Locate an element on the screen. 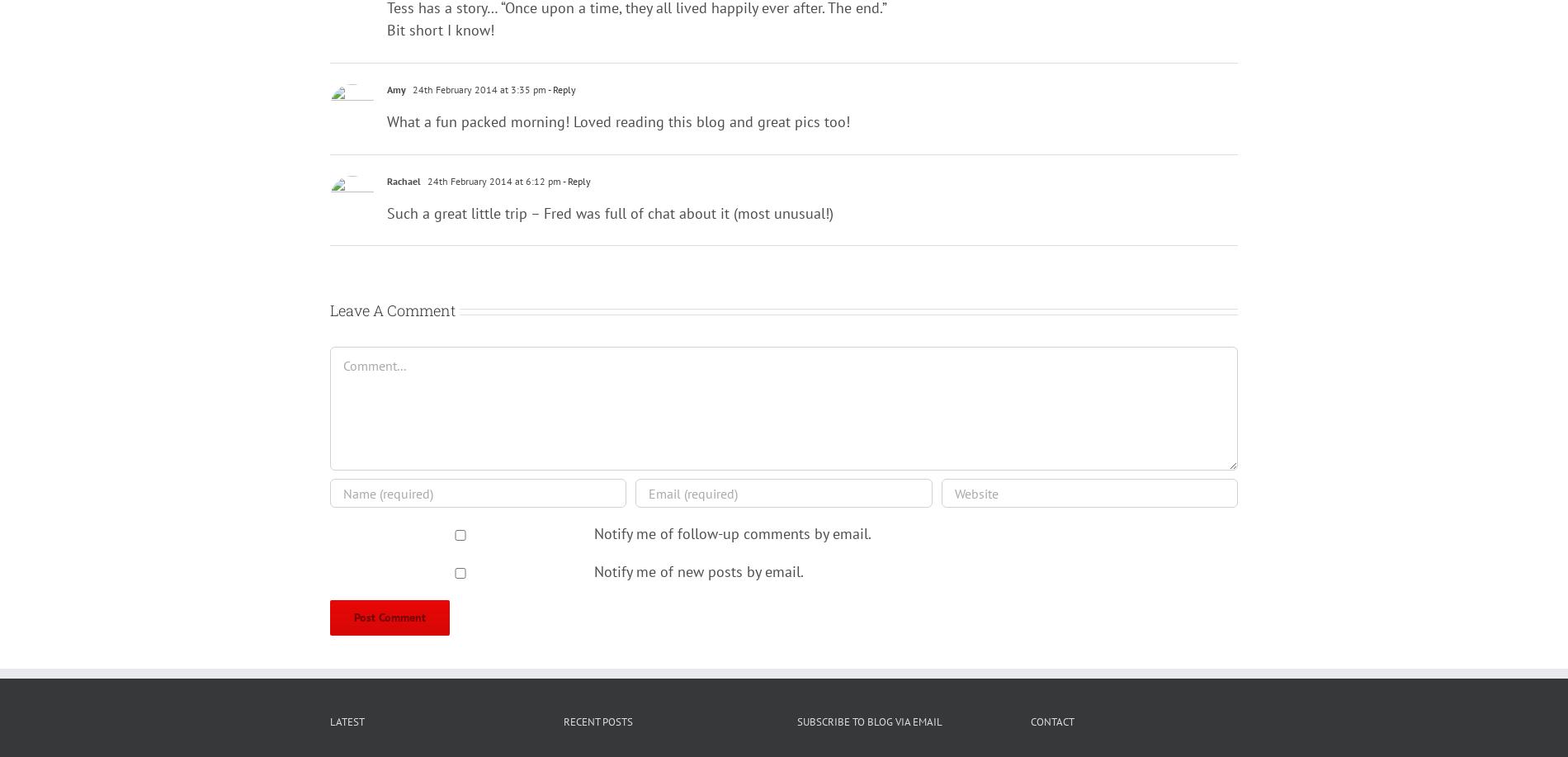 This screenshot has width=1568, height=757. 'Notify me of new posts by email.' is located at coordinates (698, 571).